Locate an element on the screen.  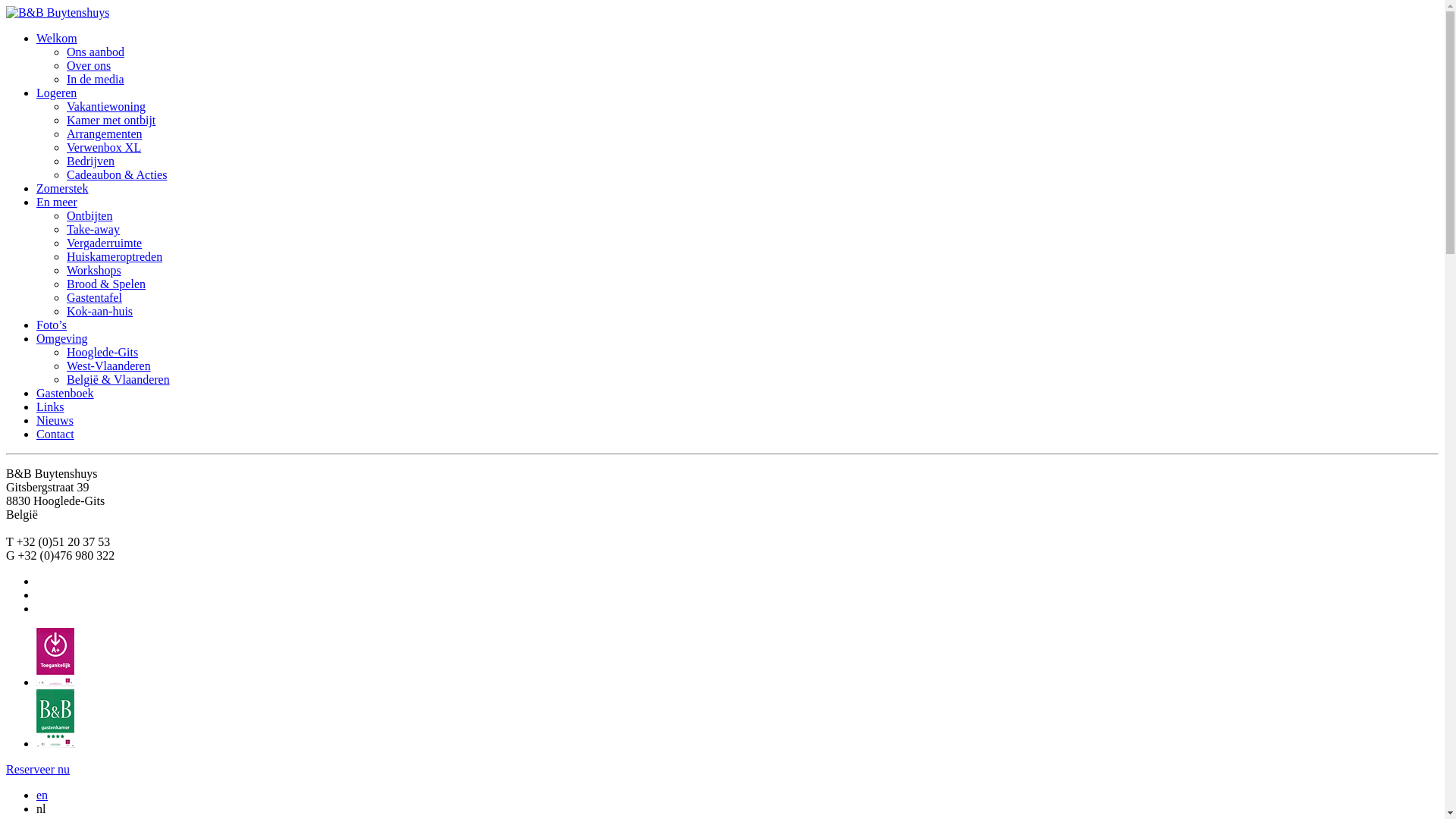
'Kamer met ontbijt' is located at coordinates (110, 119).